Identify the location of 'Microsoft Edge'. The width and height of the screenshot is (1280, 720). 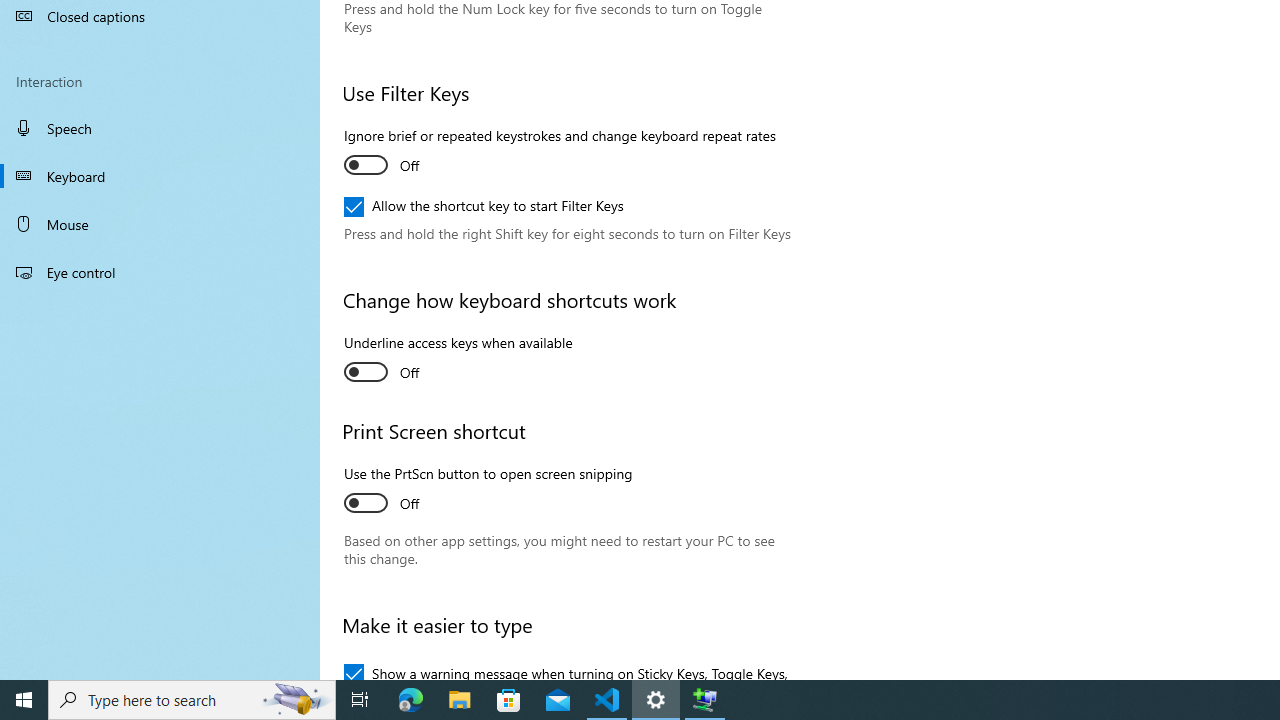
(410, 698).